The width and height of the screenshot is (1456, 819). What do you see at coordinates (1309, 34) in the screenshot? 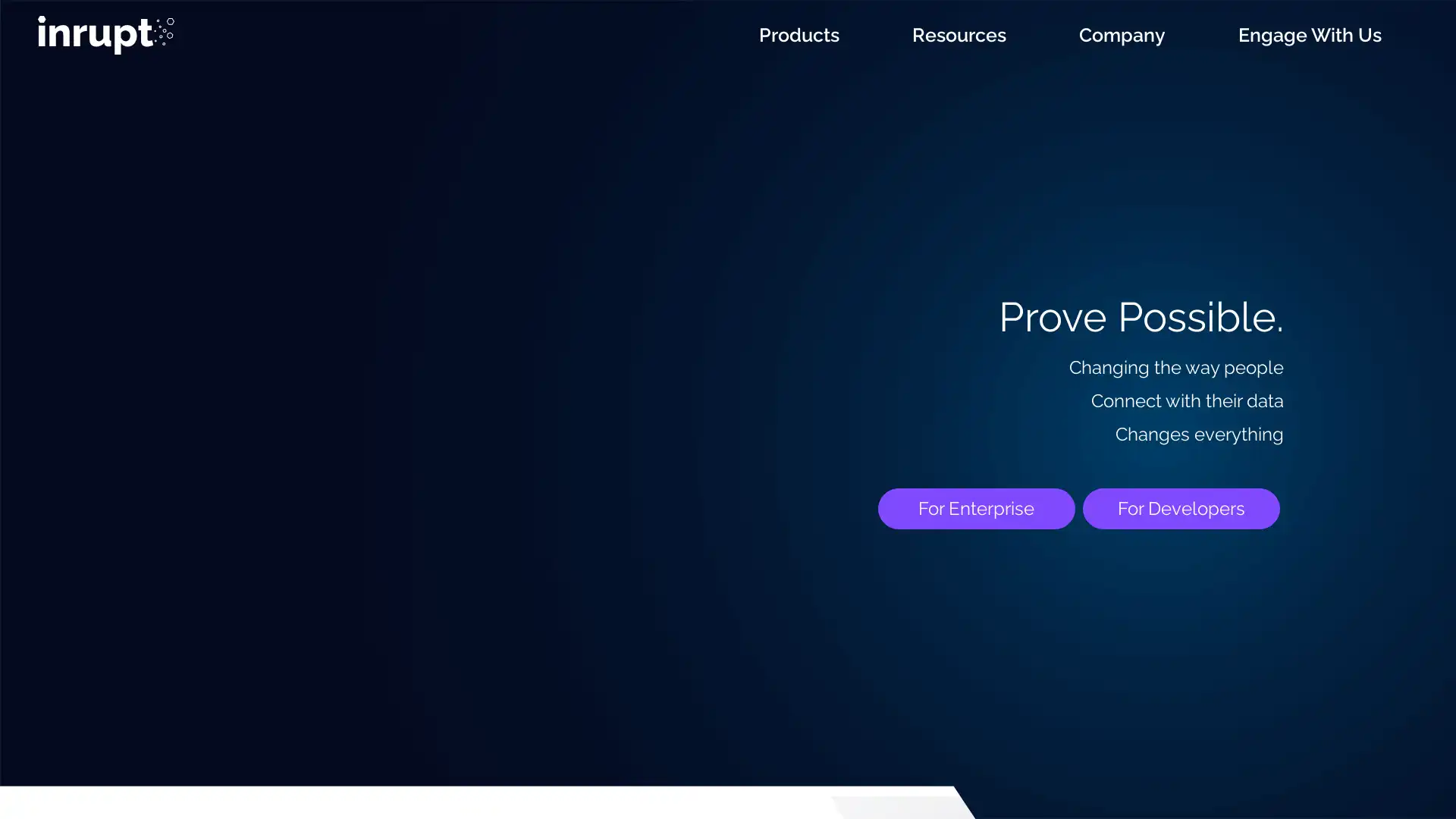
I see `Engage With Us` at bounding box center [1309, 34].